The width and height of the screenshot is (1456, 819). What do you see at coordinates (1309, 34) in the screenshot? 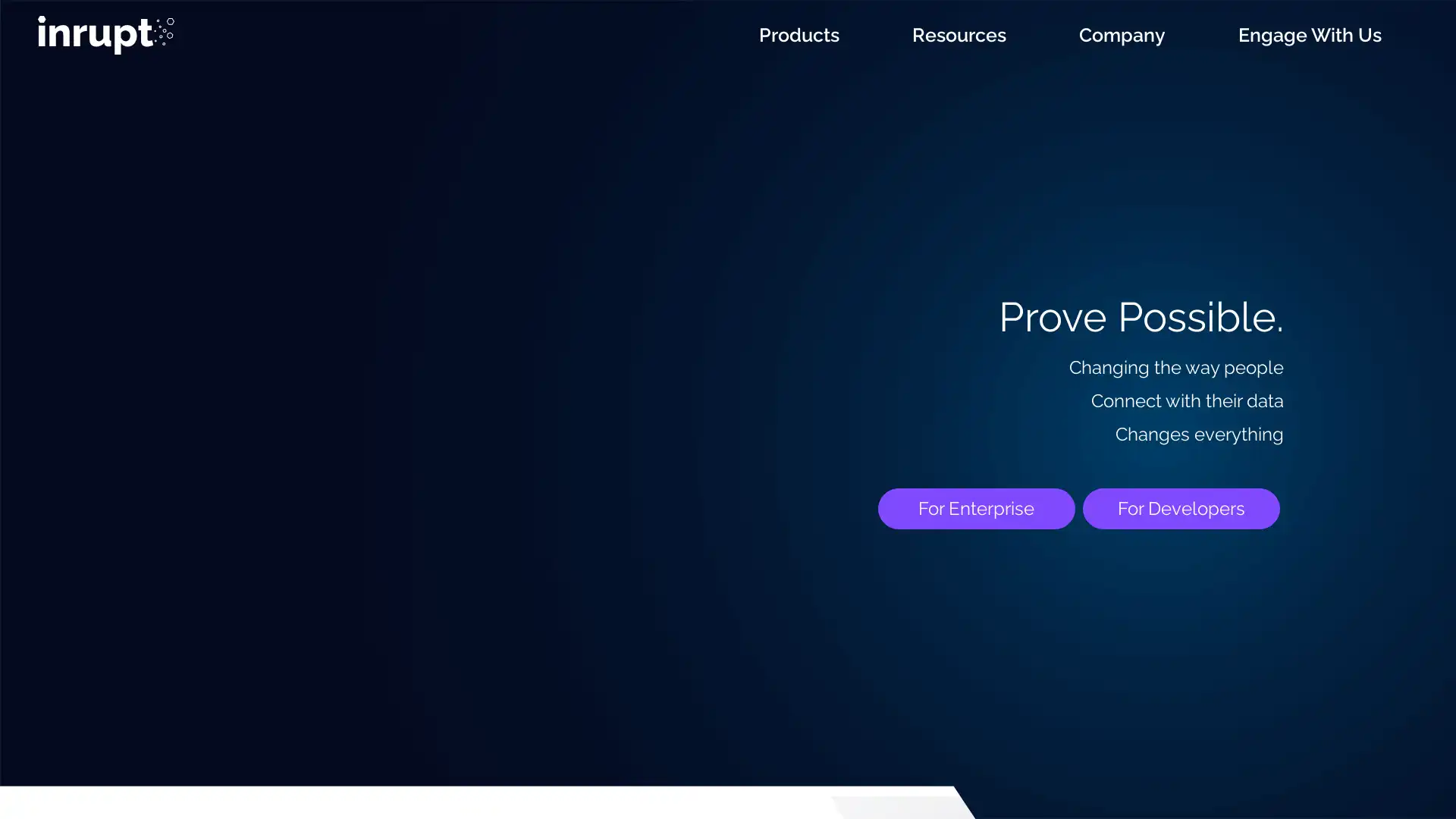
I see `Engage With Us` at bounding box center [1309, 34].